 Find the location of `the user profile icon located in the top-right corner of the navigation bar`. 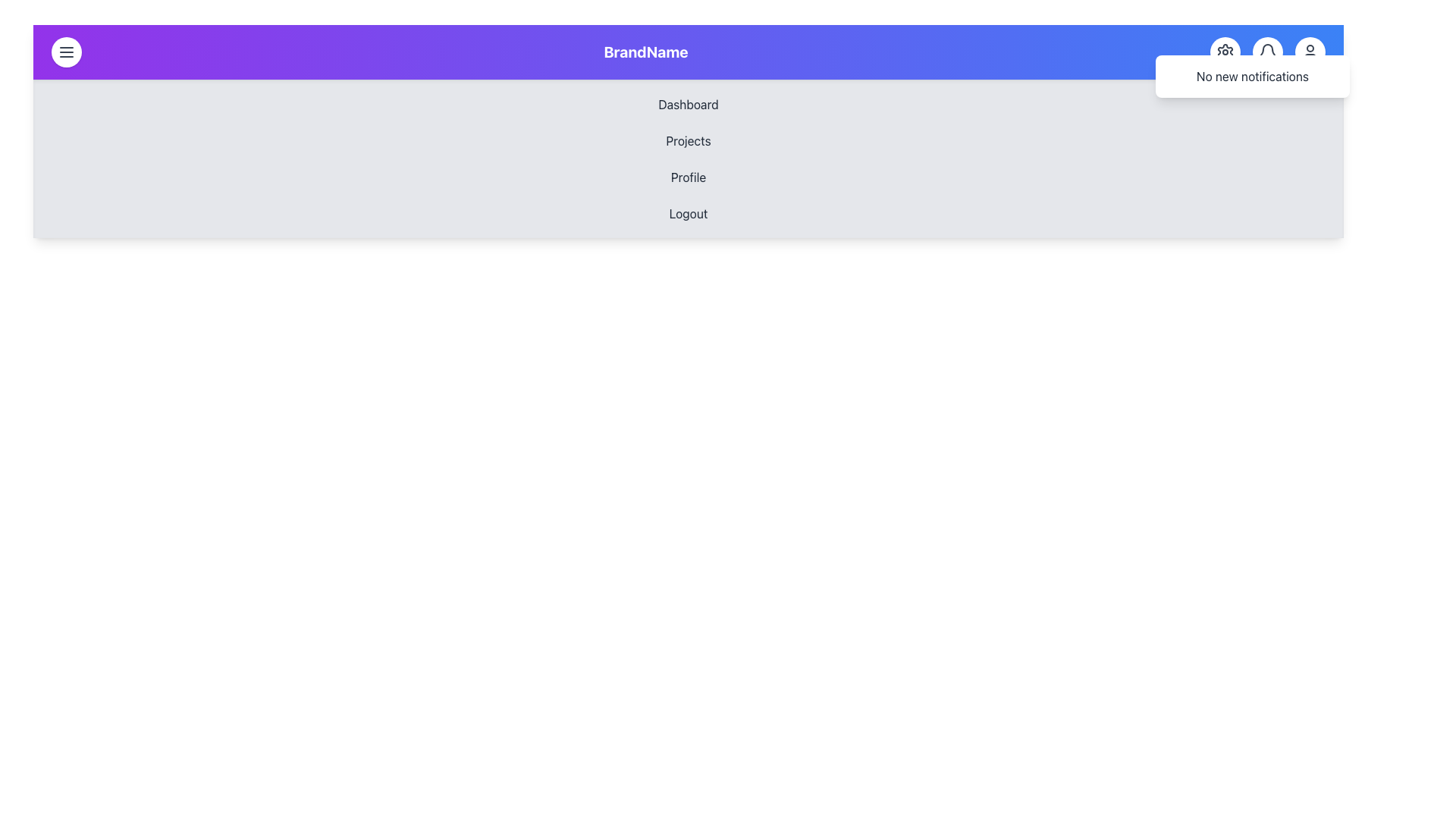

the user profile icon located in the top-right corner of the navigation bar is located at coordinates (1310, 52).